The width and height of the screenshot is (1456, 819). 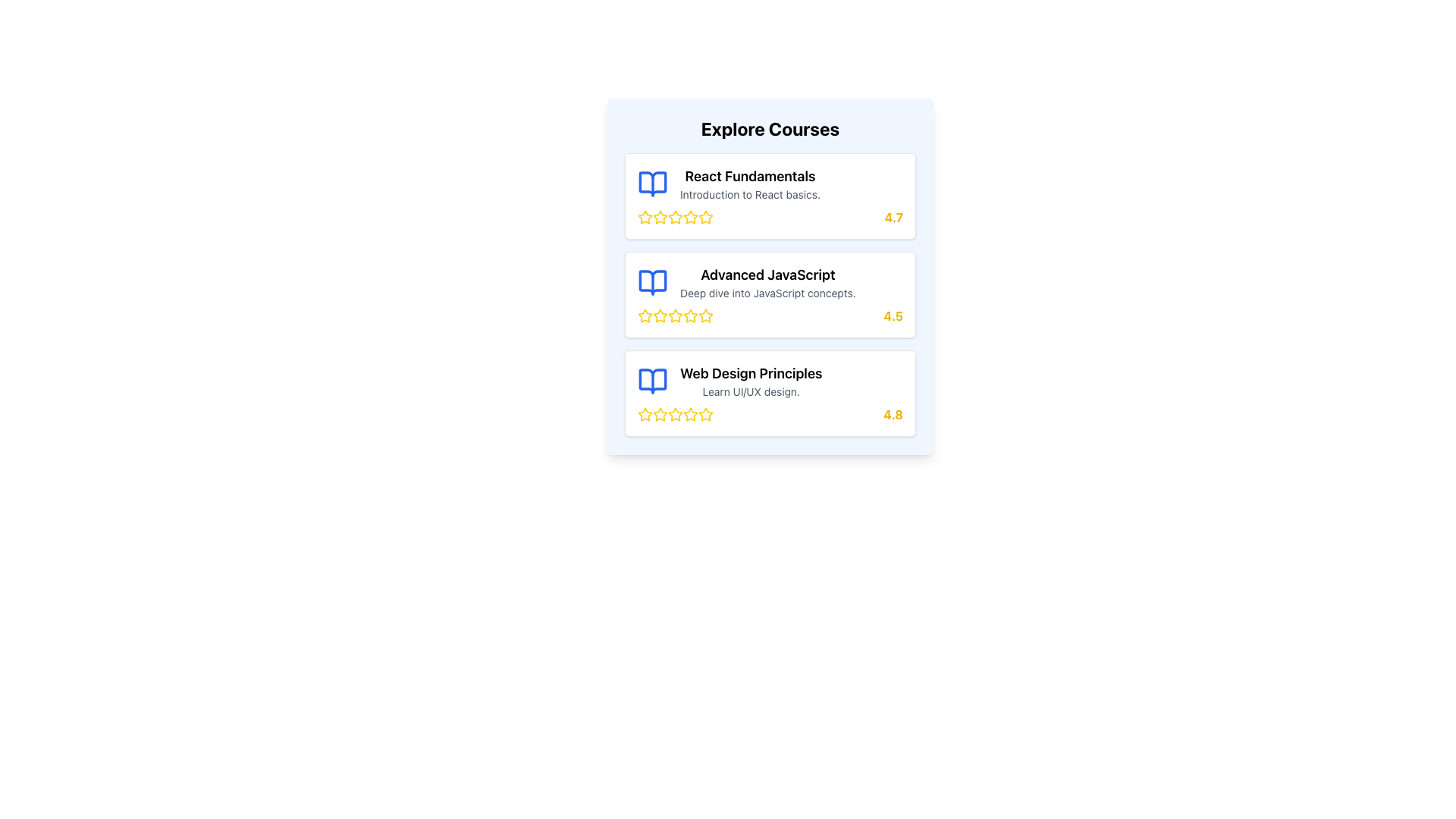 I want to click on text from the course title label located at the center of the first card in the 'Explore Courses' section, so click(x=750, y=175).